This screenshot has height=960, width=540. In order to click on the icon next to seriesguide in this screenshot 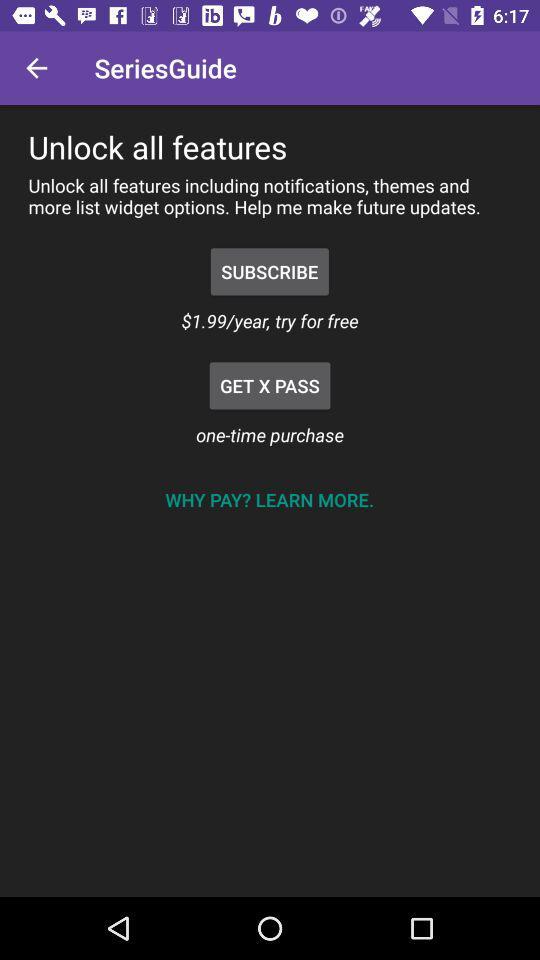, I will do `click(36, 68)`.